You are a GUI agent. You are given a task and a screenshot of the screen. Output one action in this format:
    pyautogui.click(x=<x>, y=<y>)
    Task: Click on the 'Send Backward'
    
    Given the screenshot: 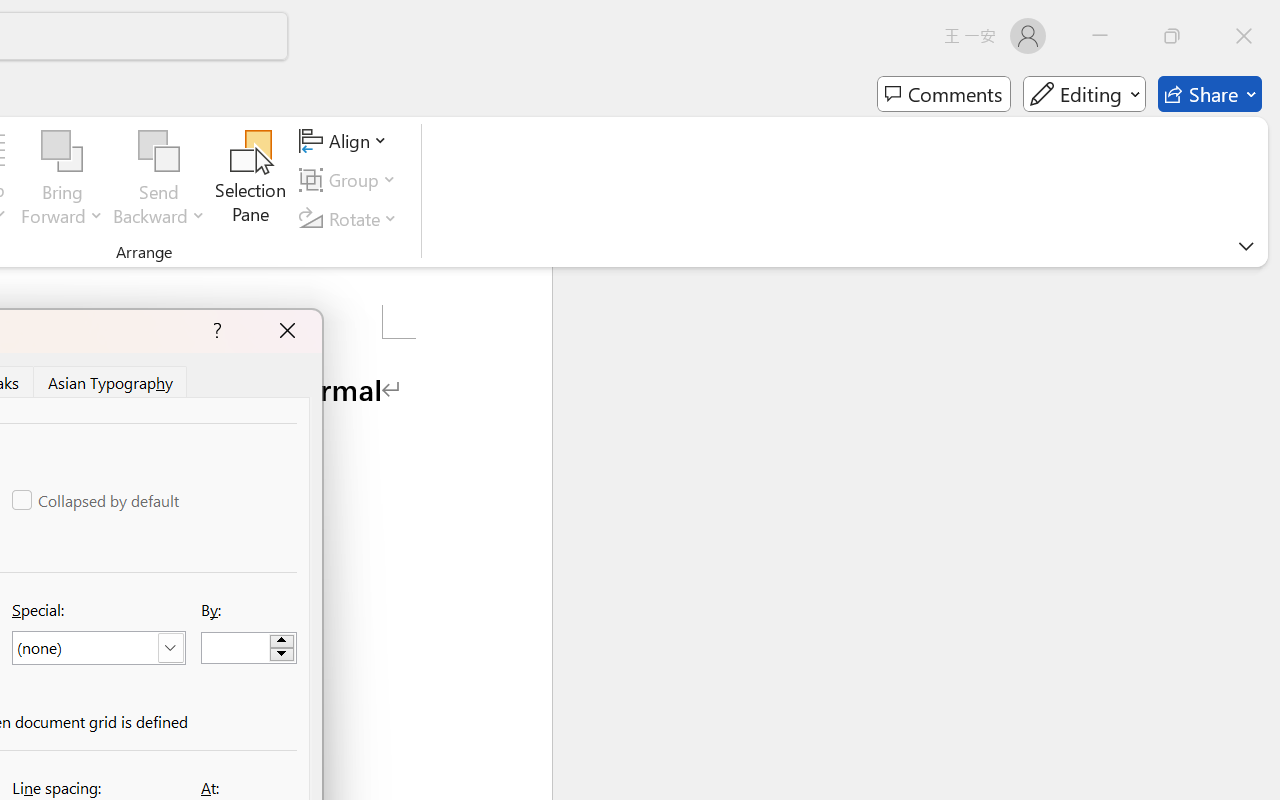 What is the action you would take?
    pyautogui.click(x=158, y=179)
    